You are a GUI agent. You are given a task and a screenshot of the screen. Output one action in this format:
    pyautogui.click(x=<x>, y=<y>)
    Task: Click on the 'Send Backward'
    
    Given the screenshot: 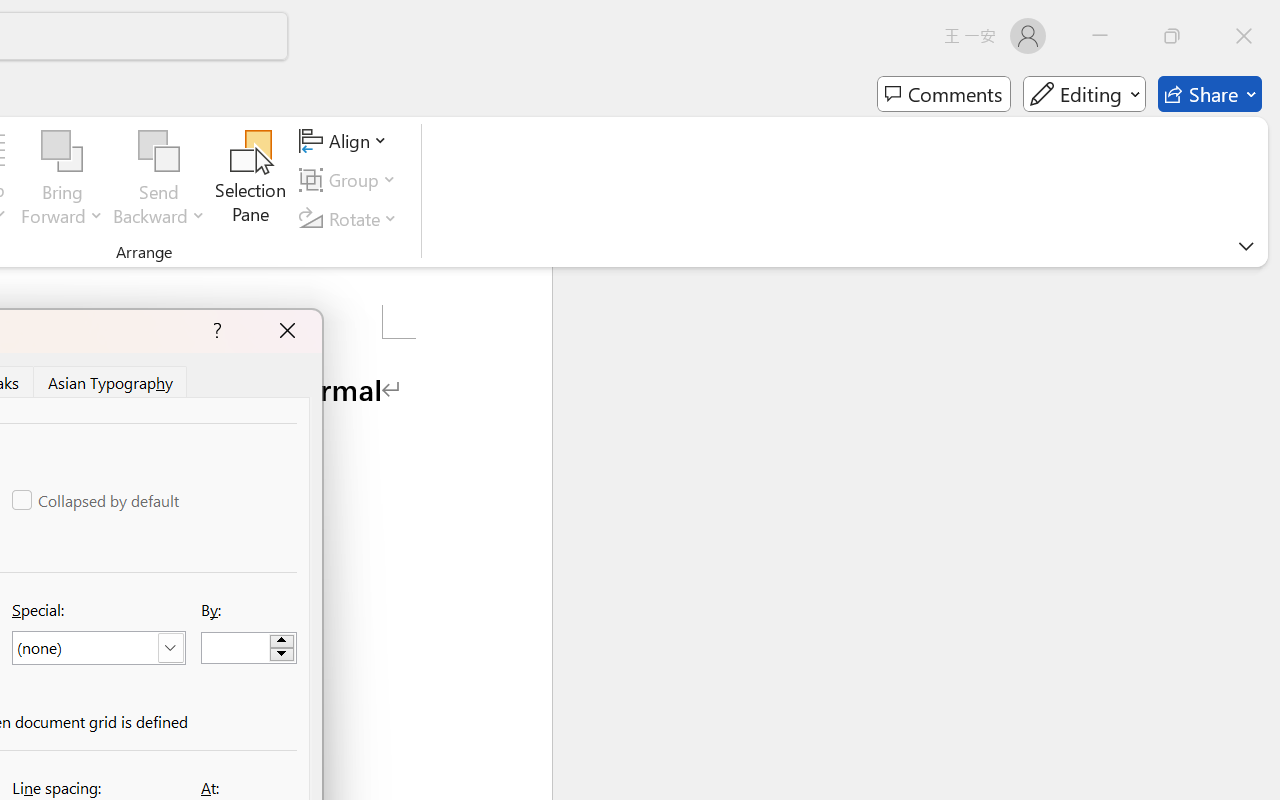 What is the action you would take?
    pyautogui.click(x=158, y=179)
    